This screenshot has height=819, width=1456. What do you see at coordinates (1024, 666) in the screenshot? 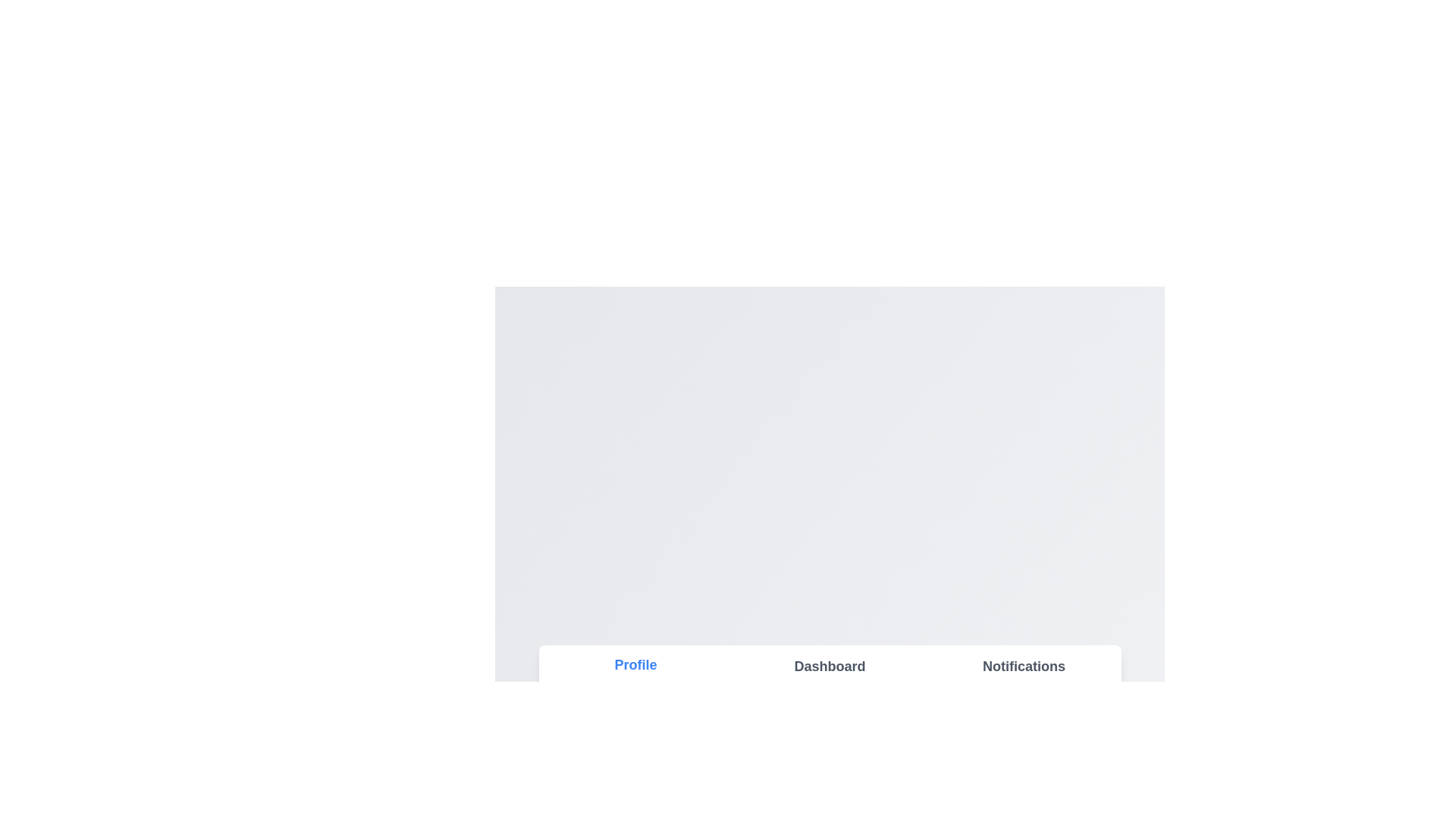
I see `the tab titled Notifications to switch to it` at bounding box center [1024, 666].